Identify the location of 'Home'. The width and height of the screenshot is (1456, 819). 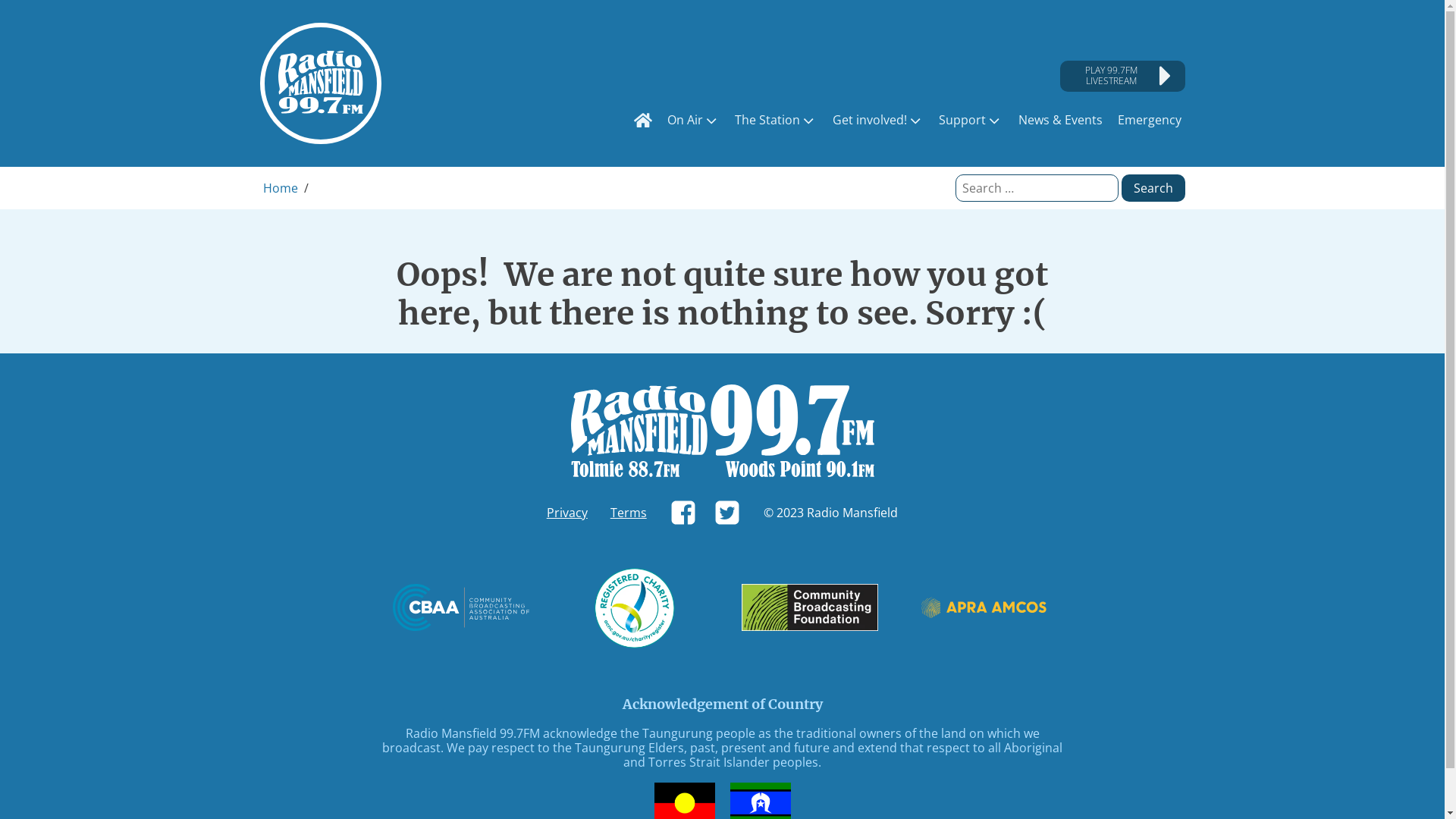
(280, 187).